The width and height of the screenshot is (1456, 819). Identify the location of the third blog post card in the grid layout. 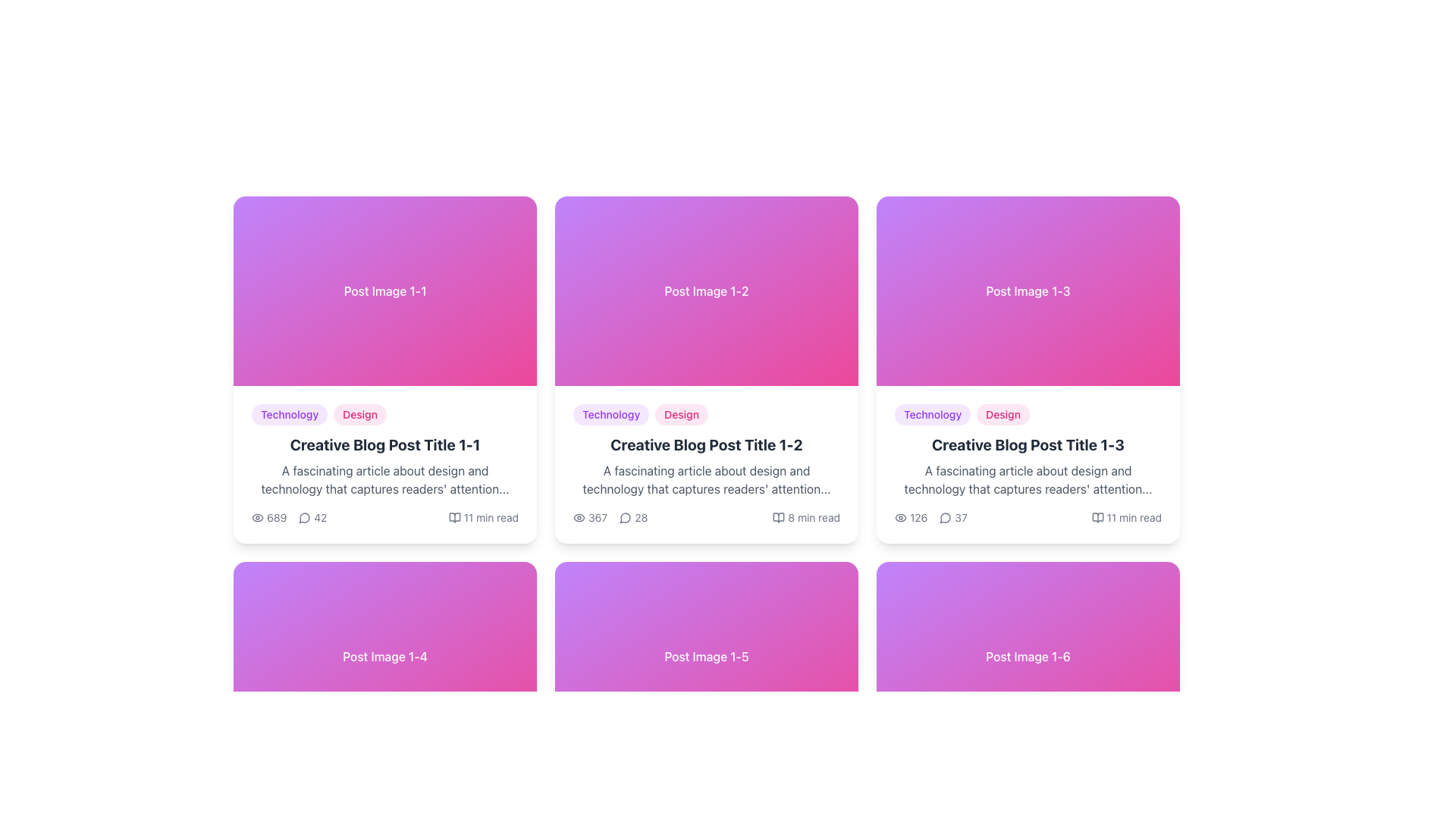
(1028, 370).